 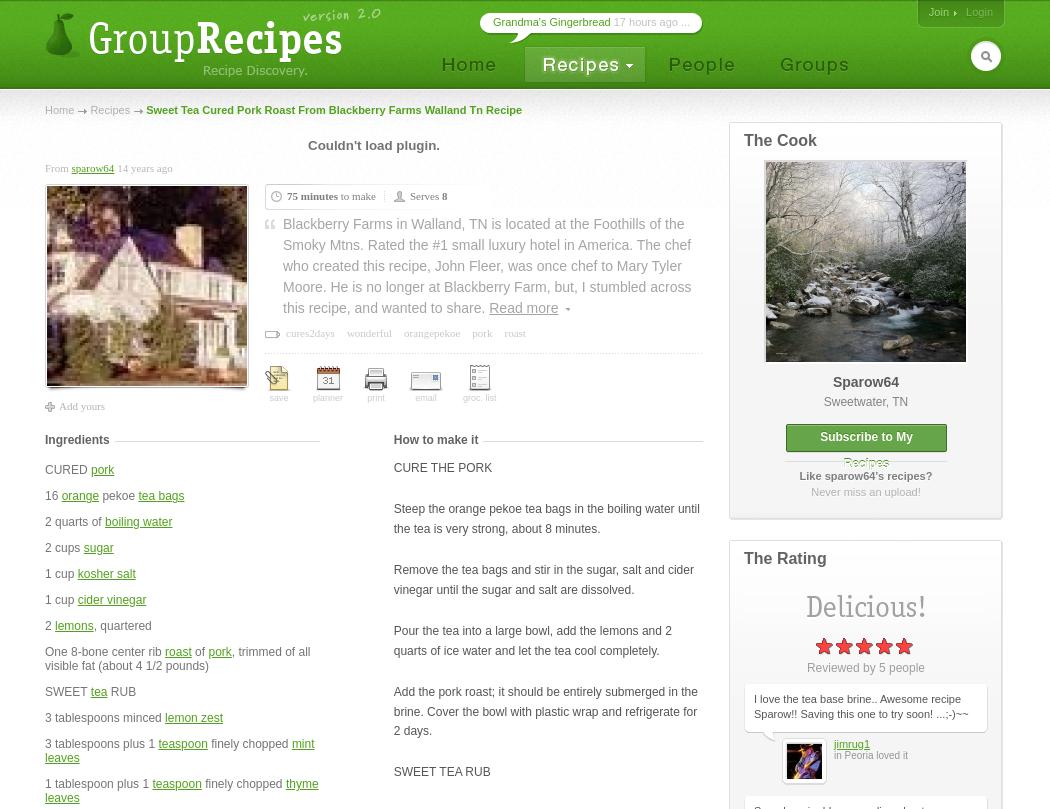 I want to click on '17 hours ago ...', so click(x=648, y=22).